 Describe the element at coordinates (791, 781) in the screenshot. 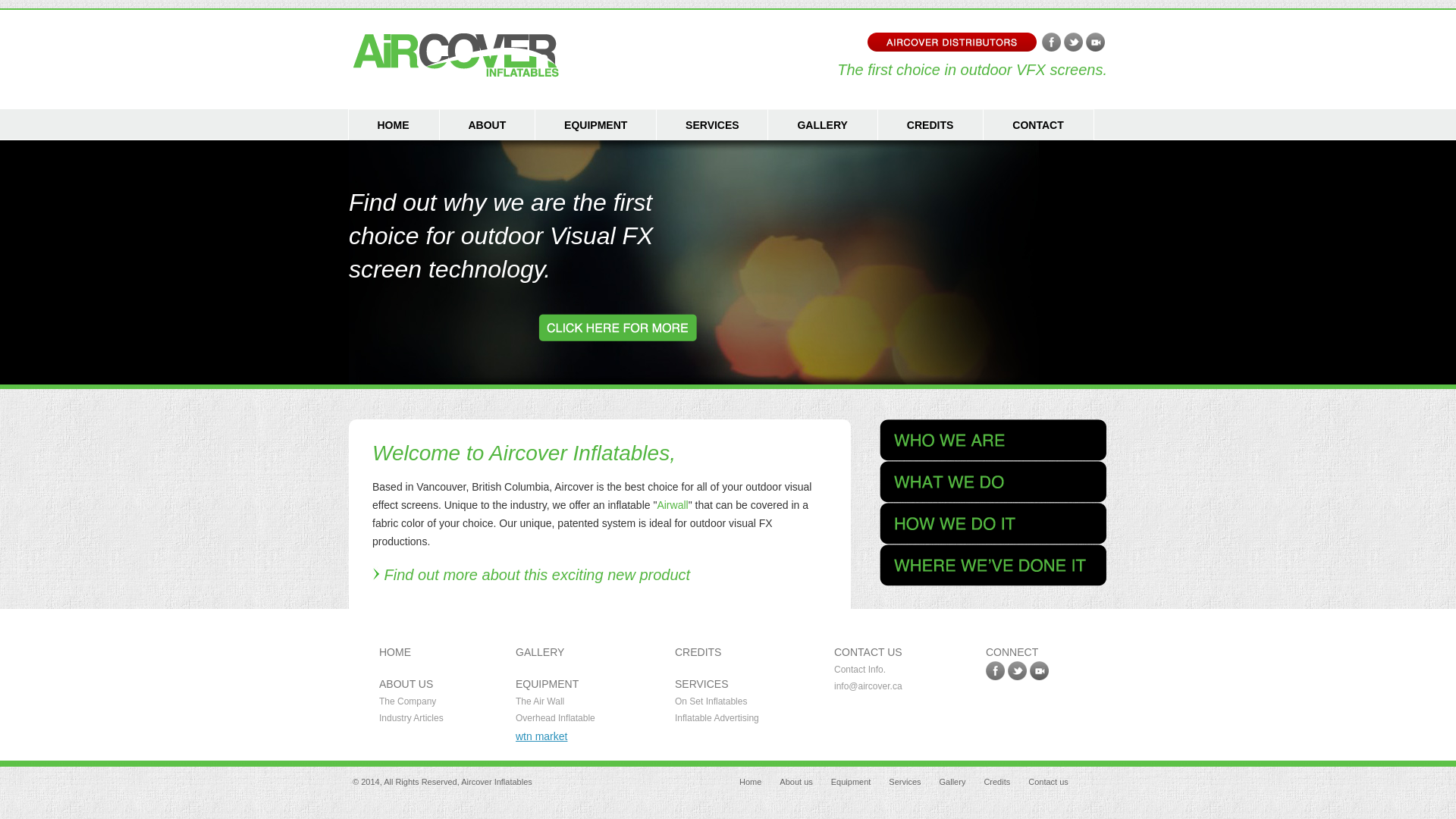

I see `'About us'` at that location.